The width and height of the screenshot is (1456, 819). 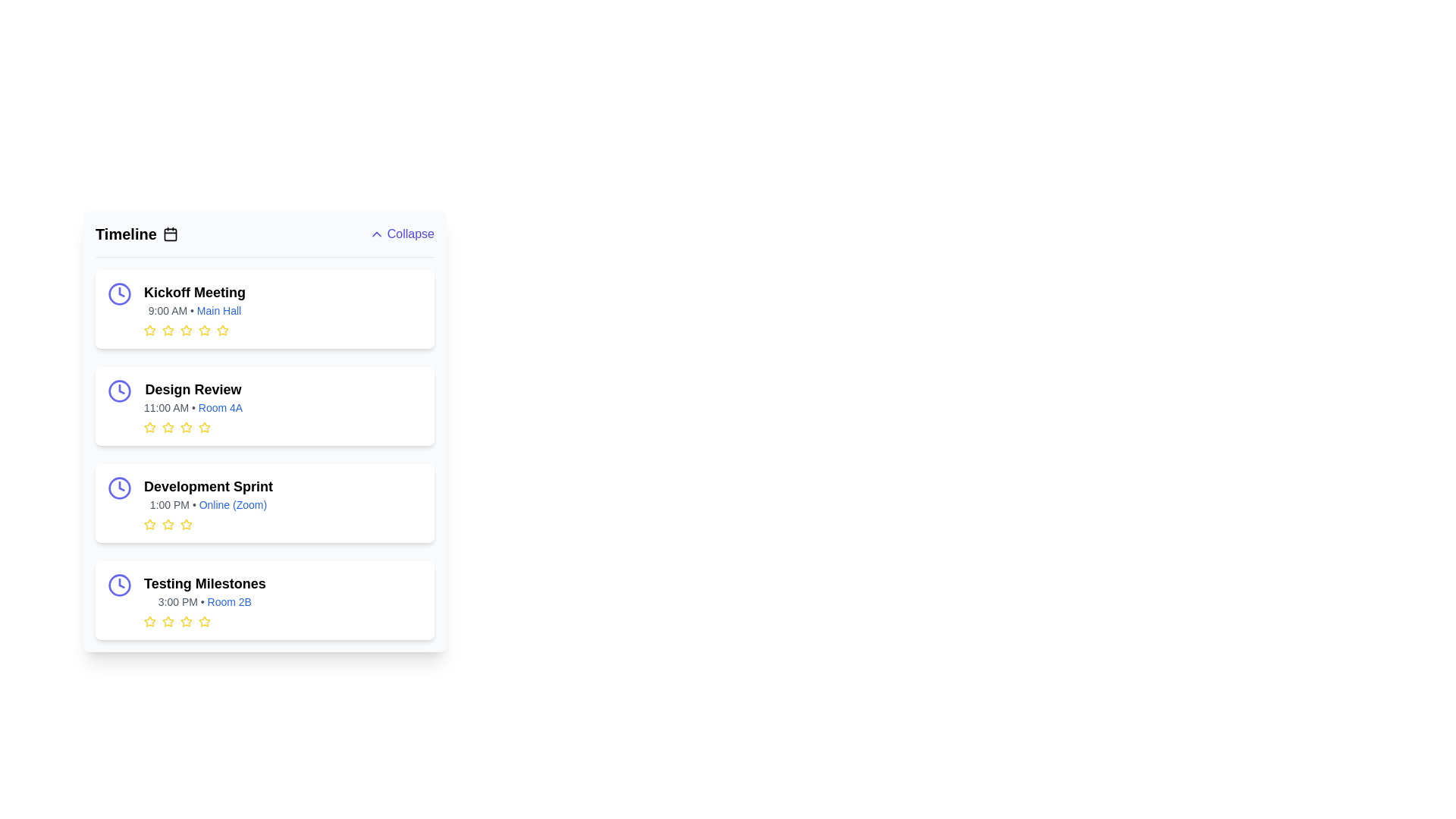 I want to click on the first yellow Rating Star in the rating section of the 'Testing Milestones' entry, so click(x=149, y=621).